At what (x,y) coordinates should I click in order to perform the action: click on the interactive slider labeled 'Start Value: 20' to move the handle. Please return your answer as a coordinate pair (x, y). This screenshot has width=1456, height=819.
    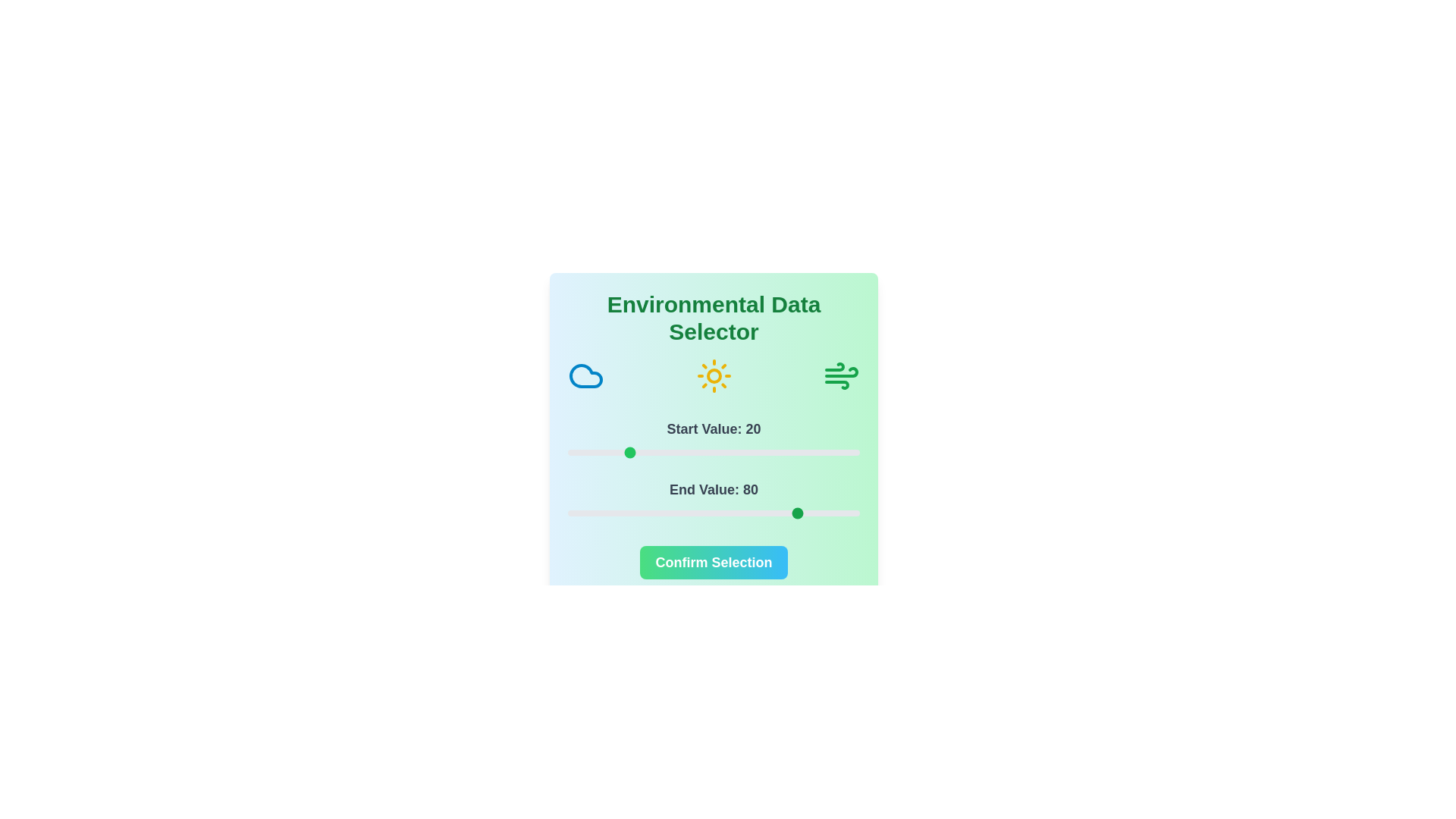
    Looking at the image, I should click on (713, 439).